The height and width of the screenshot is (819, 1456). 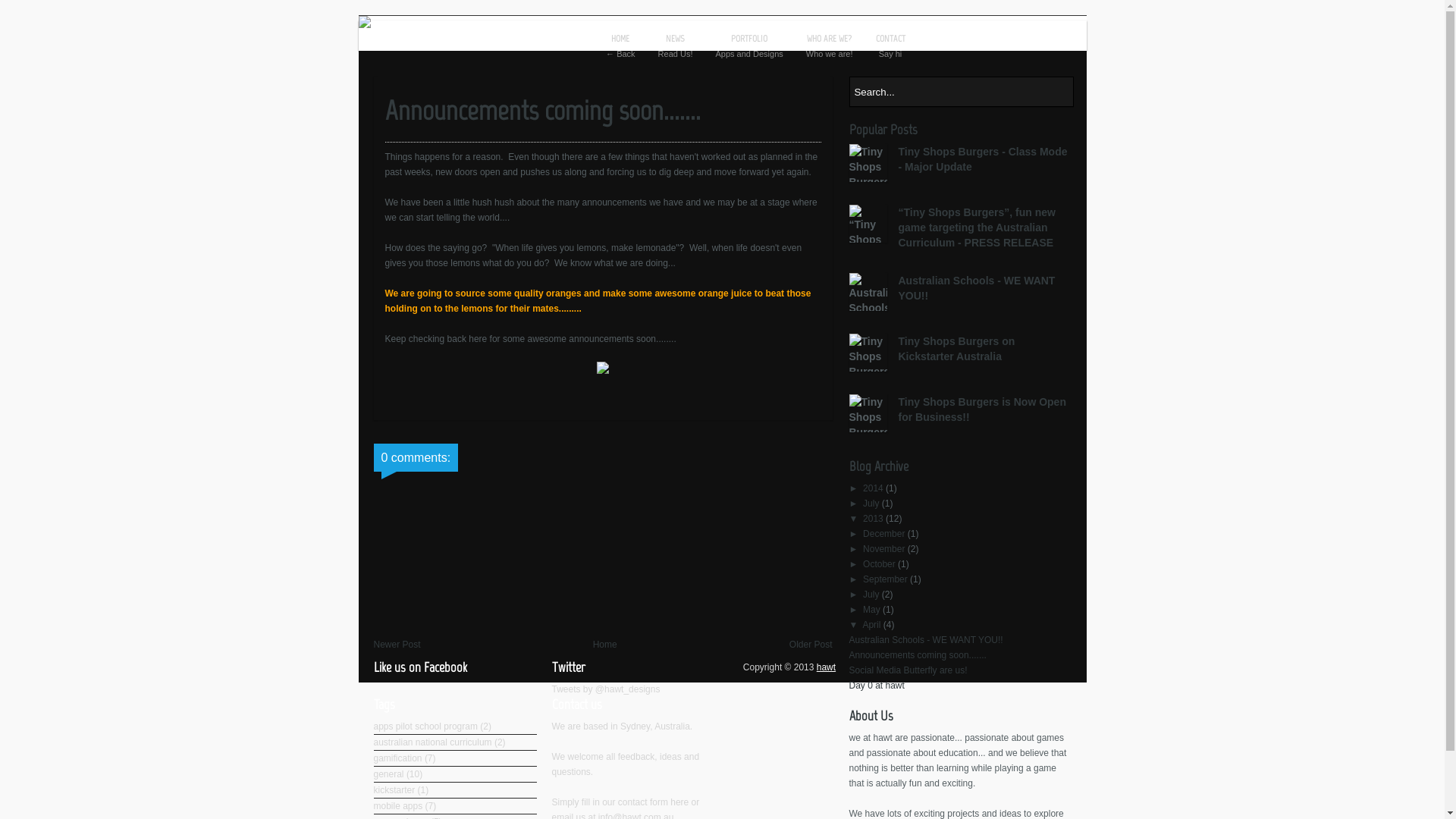 I want to click on 'Australian Schools - WE WANT YOU!!', so click(x=925, y=640).